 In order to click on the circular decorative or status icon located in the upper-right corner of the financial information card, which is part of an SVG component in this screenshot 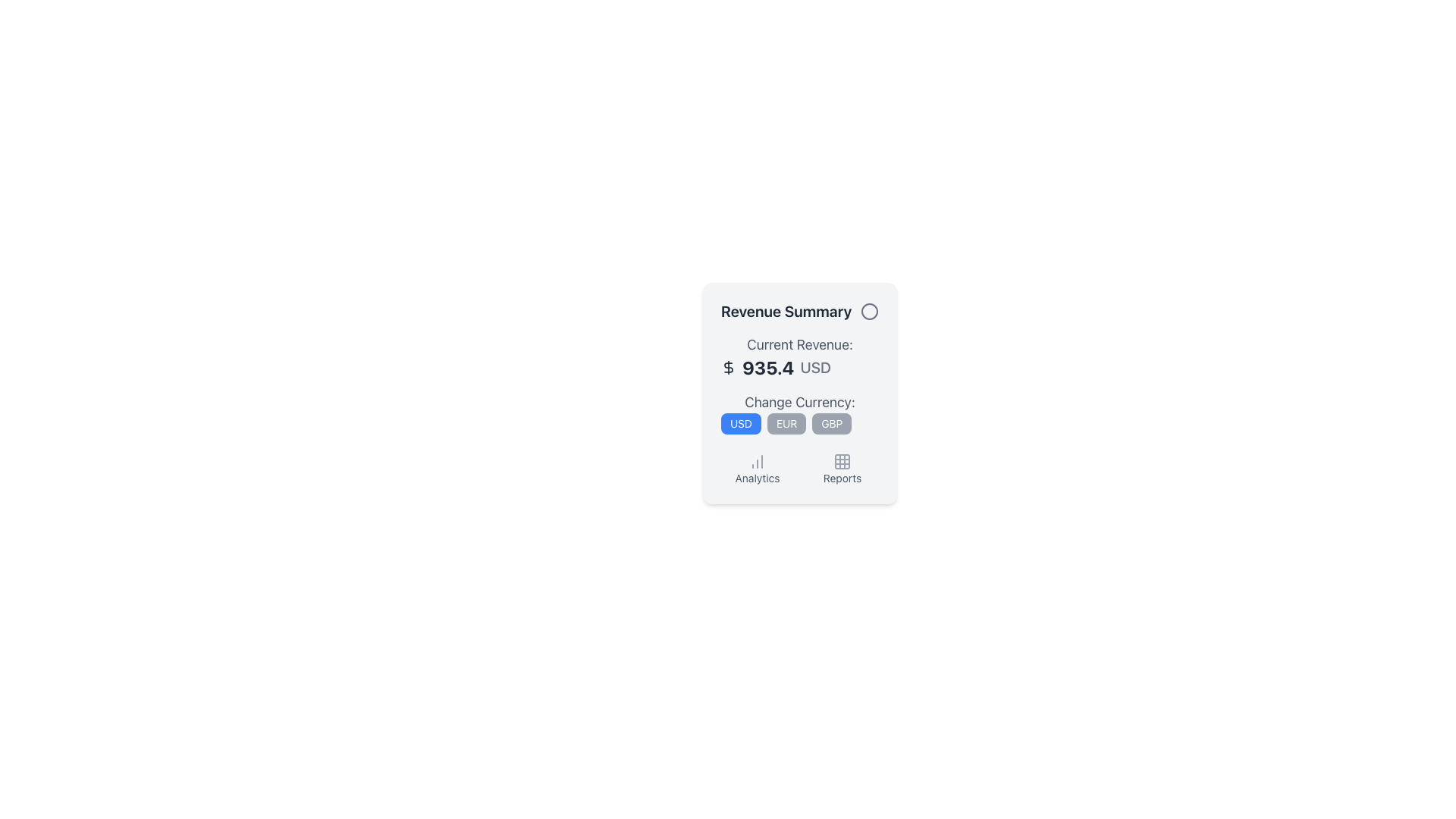, I will do `click(870, 311)`.